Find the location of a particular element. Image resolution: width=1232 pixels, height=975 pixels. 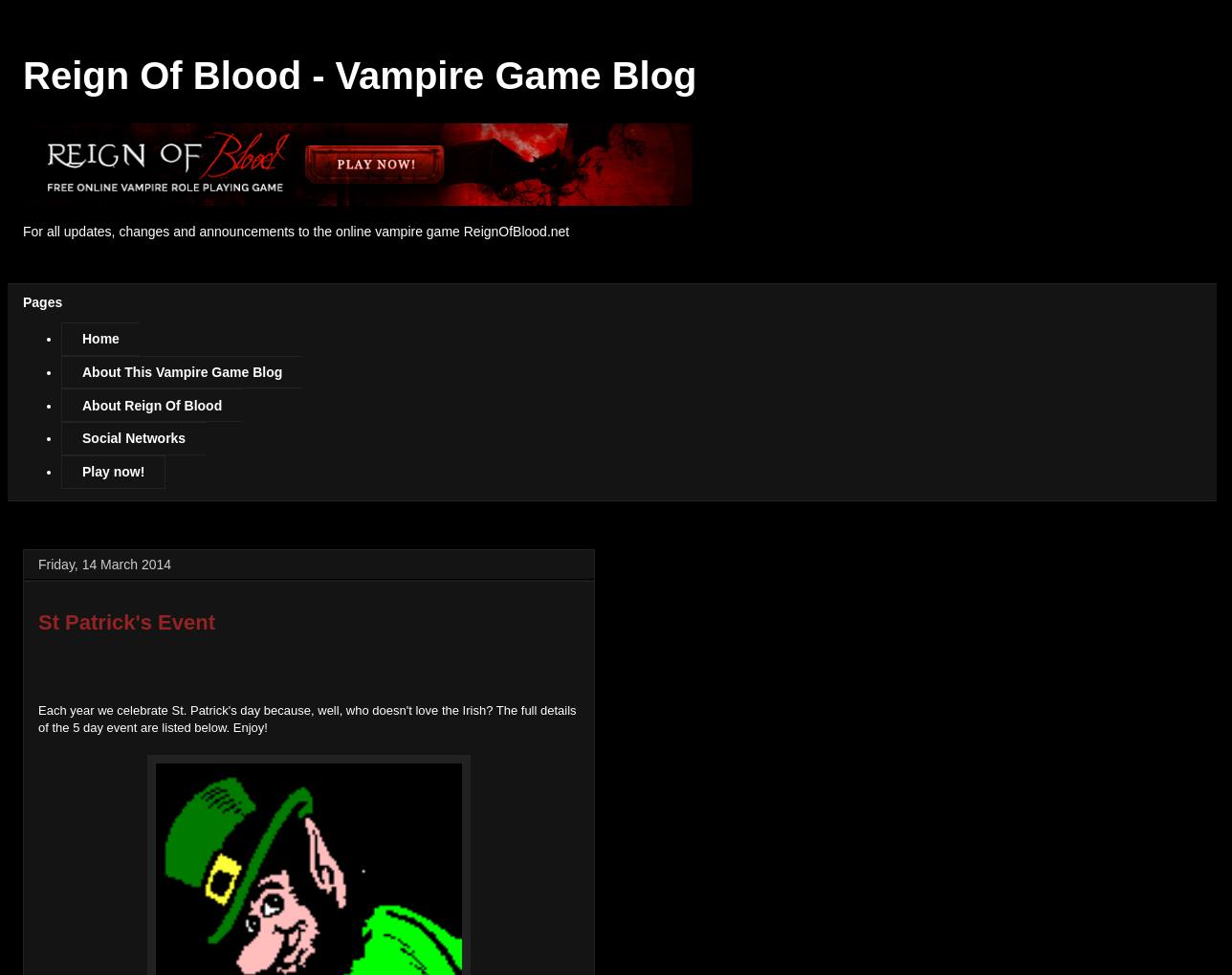

'For all updates, changes and announcements to the online vampire game ReignOfBlood.net' is located at coordinates (296, 232).